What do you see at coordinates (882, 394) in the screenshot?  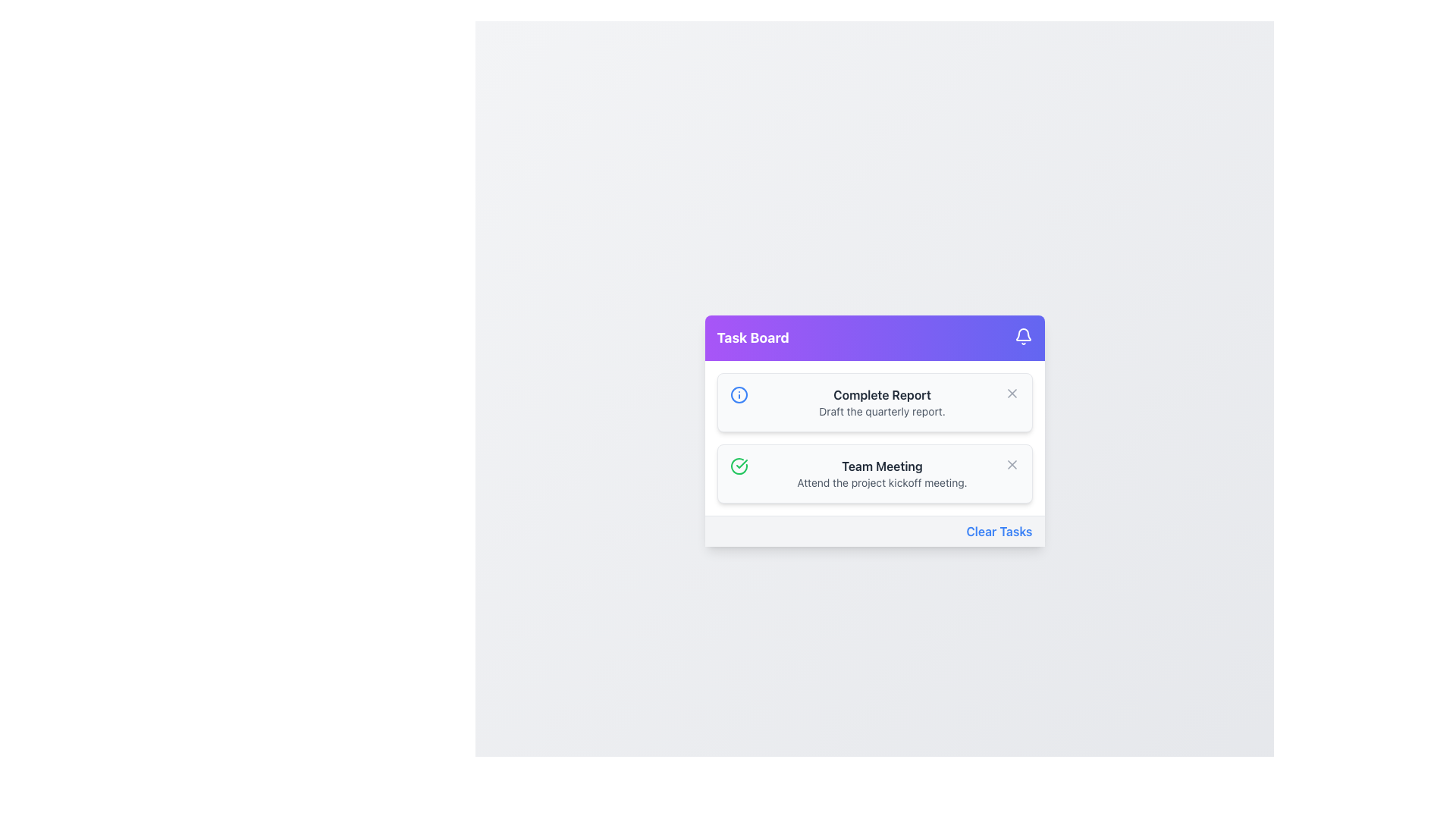 I see `the title text element located at the top-middle of the task card in the 'Task Board' section, which summarizes the purpose of the task below it` at bounding box center [882, 394].